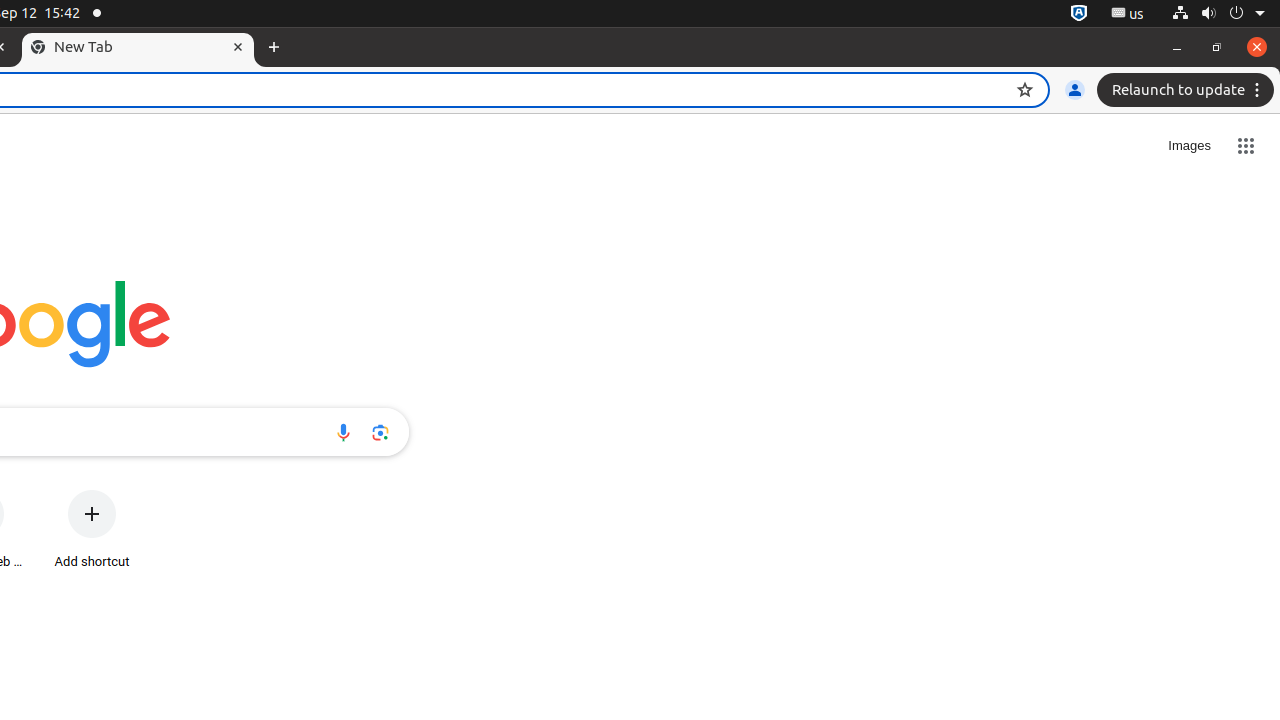 This screenshot has height=720, width=1280. Describe the element at coordinates (380, 431) in the screenshot. I see `'Search by image'` at that location.